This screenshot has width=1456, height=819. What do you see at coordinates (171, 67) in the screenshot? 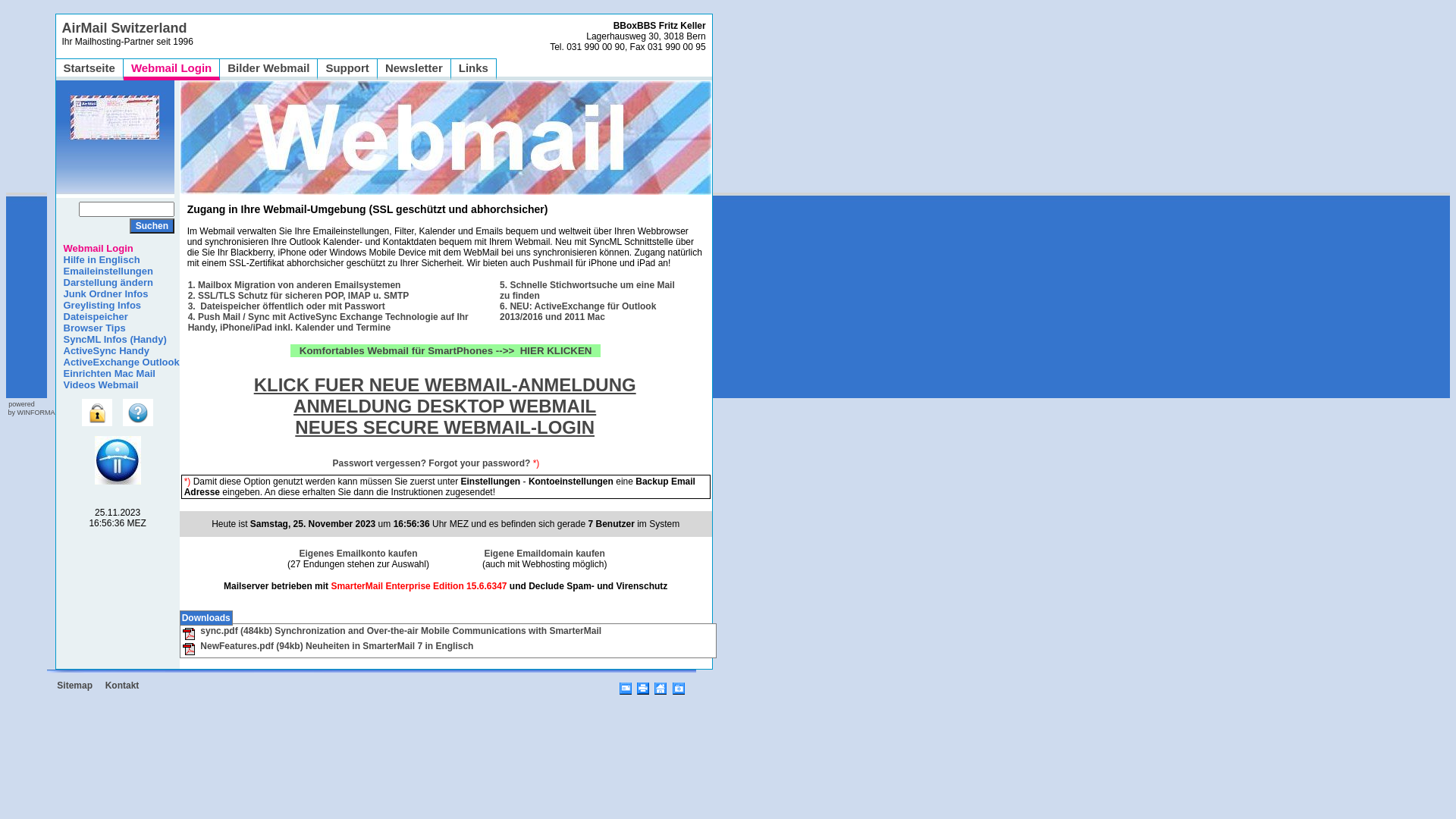
I see `'Webmail Login'` at bounding box center [171, 67].